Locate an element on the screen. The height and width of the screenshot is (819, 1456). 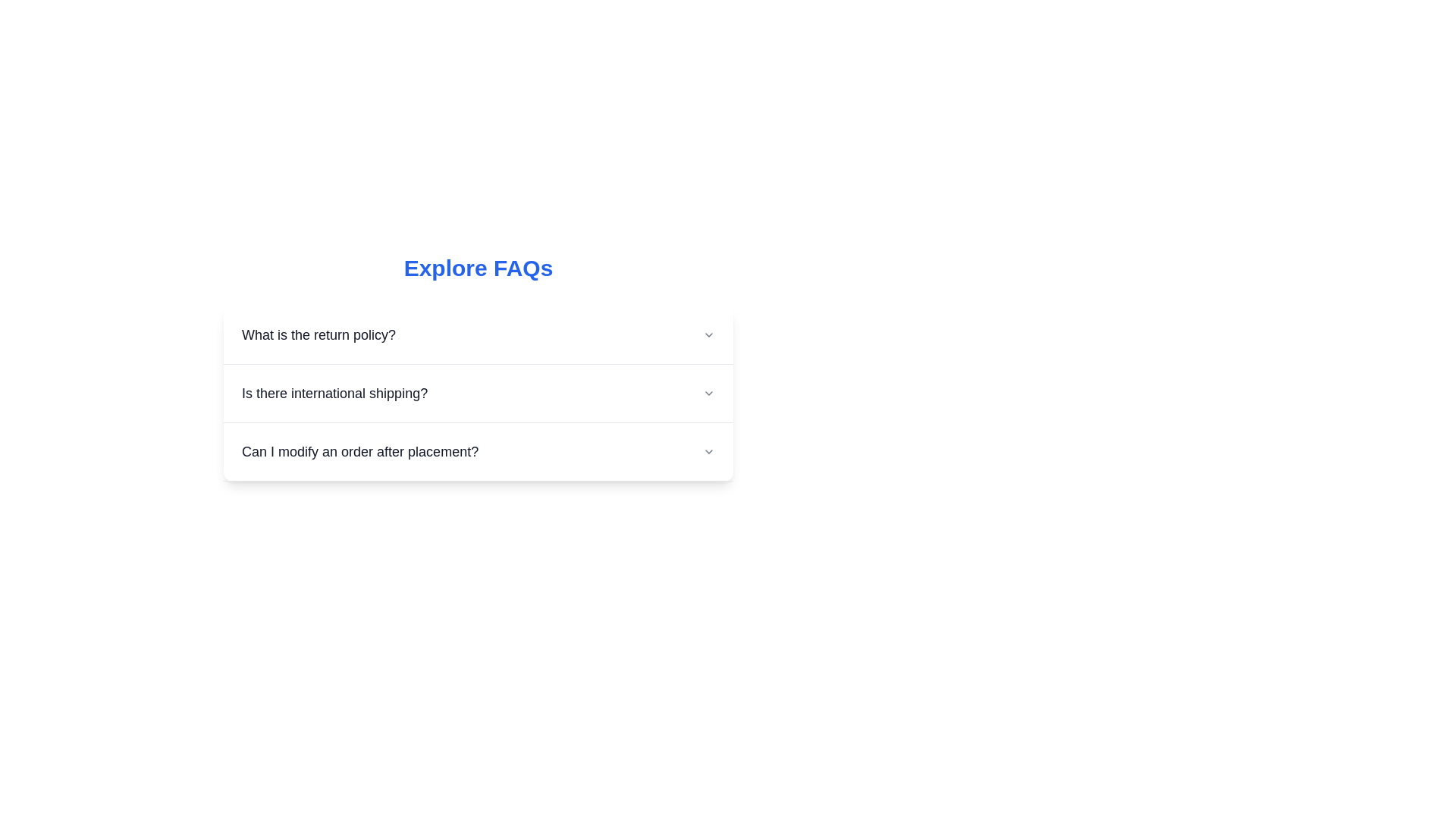
the downward-facing chevron icon located on the right side of the 'What is the return policy?' section is located at coordinates (708, 334).